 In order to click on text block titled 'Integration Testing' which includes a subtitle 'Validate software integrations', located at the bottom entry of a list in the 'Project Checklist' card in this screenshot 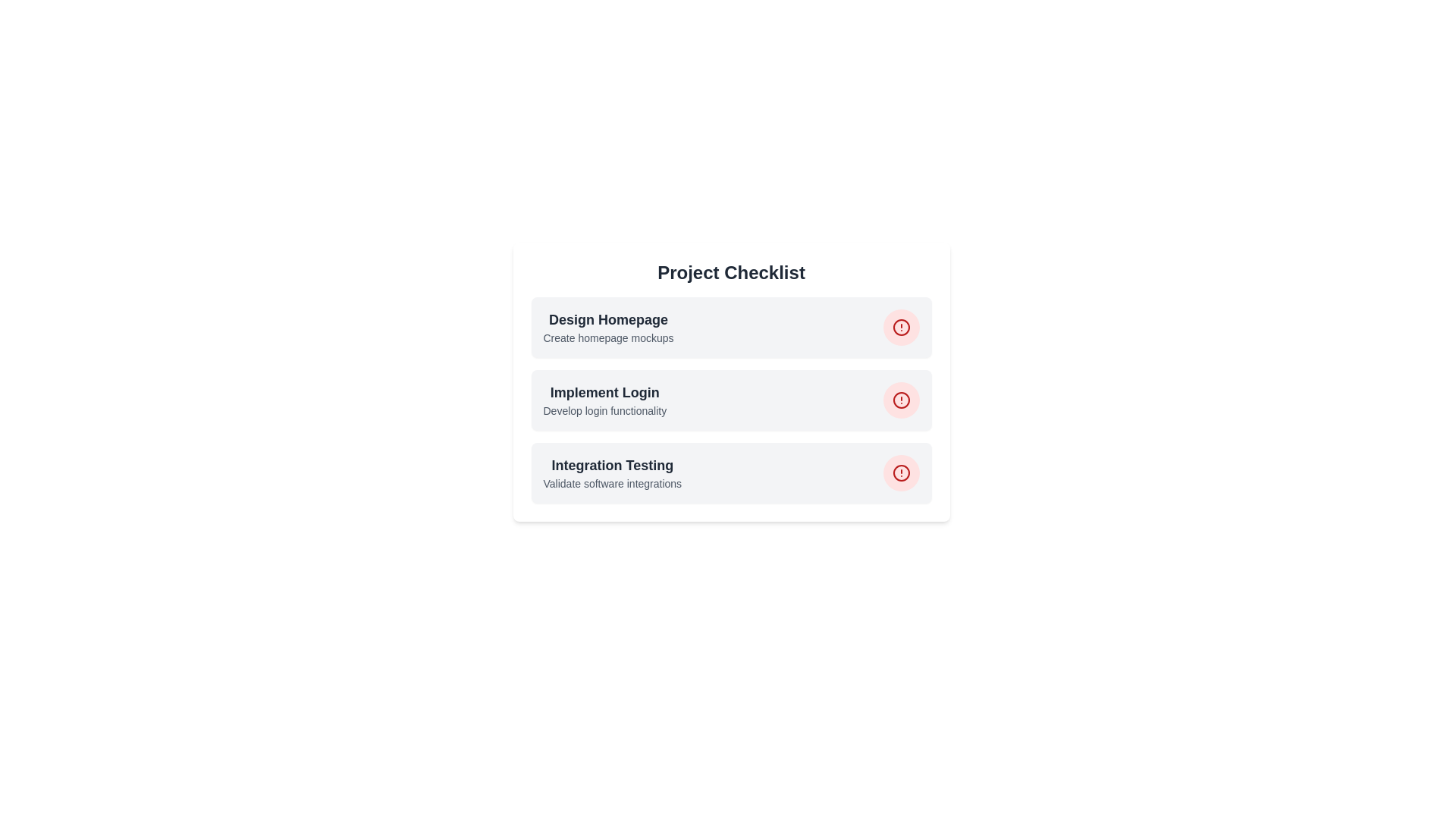, I will do `click(612, 472)`.